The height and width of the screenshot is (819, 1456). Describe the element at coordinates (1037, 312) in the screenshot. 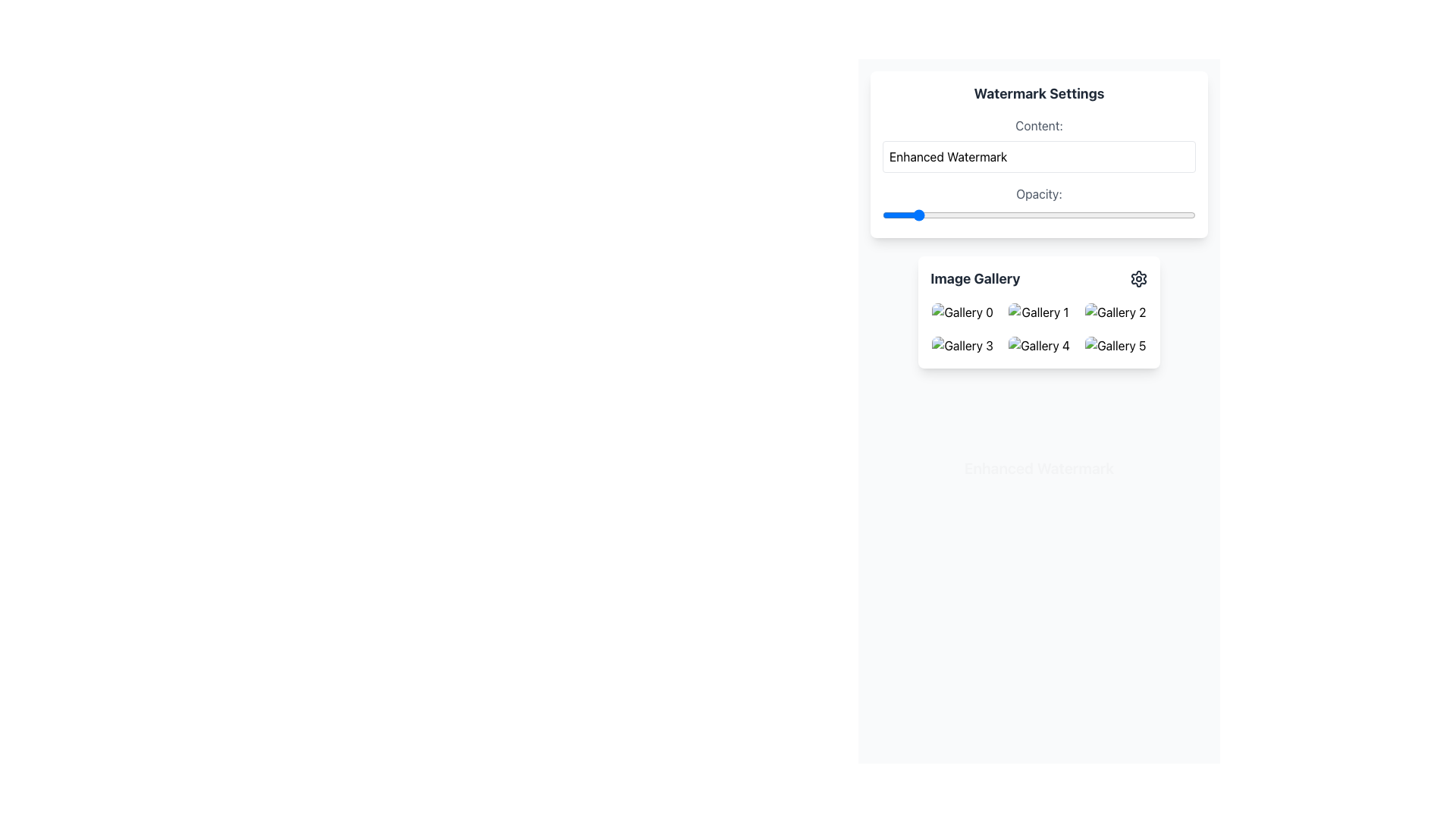

I see `the second image in the first row of the image gallery` at that location.